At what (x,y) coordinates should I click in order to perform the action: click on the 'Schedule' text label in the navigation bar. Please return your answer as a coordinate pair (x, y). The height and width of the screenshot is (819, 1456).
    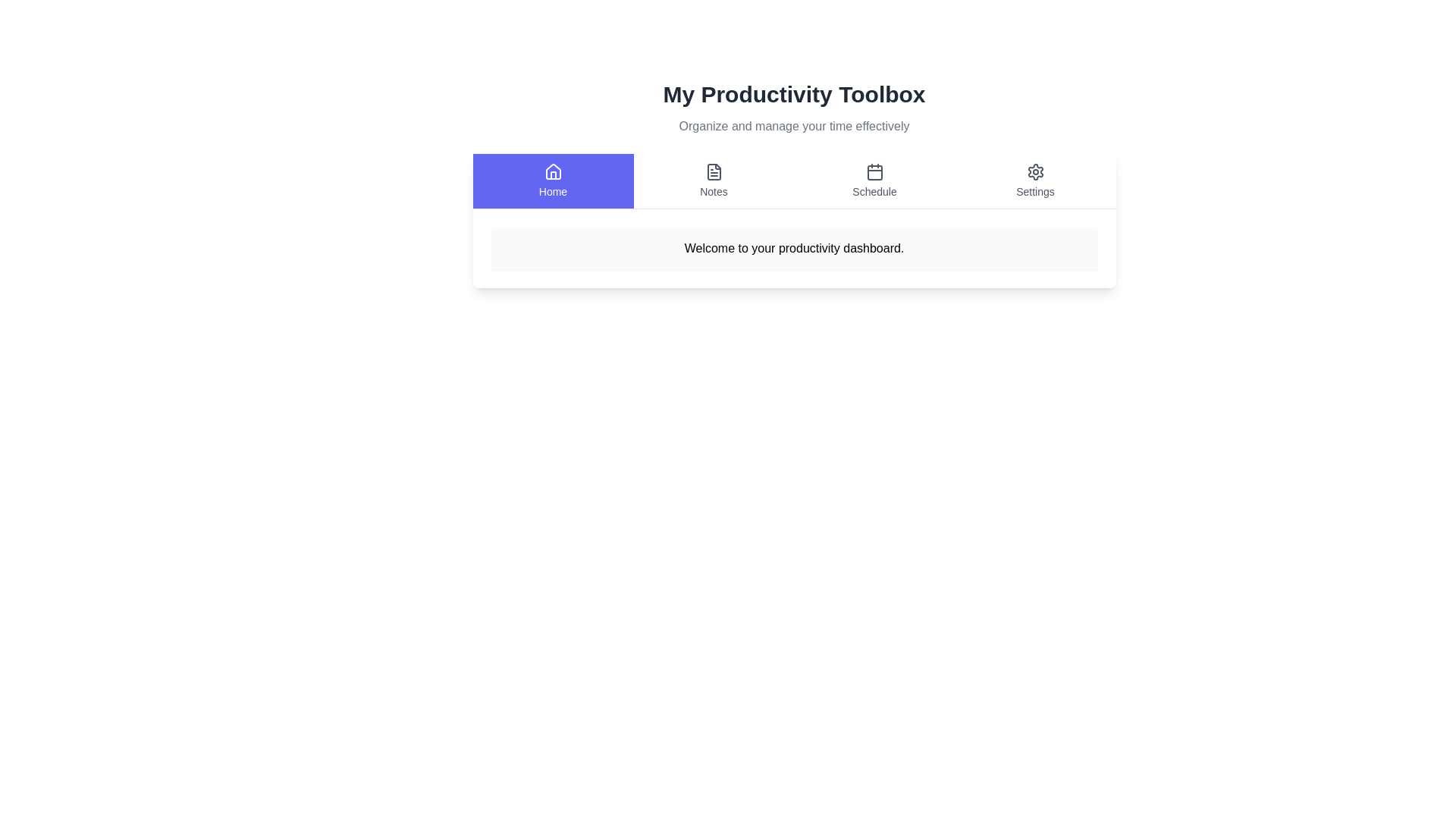
    Looking at the image, I should click on (874, 191).